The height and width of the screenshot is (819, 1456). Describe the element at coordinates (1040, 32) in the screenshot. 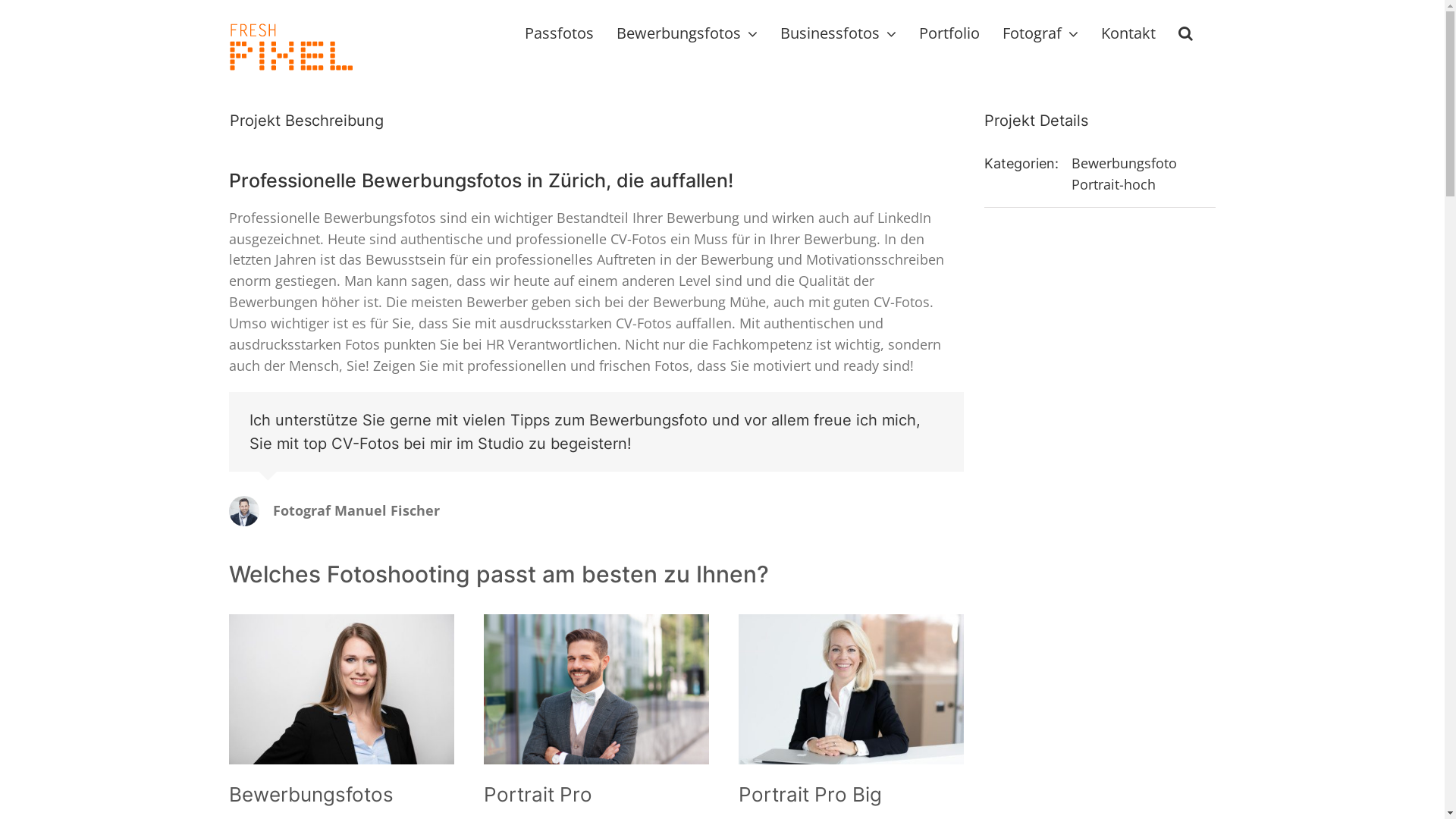

I see `'Fotograf'` at that location.